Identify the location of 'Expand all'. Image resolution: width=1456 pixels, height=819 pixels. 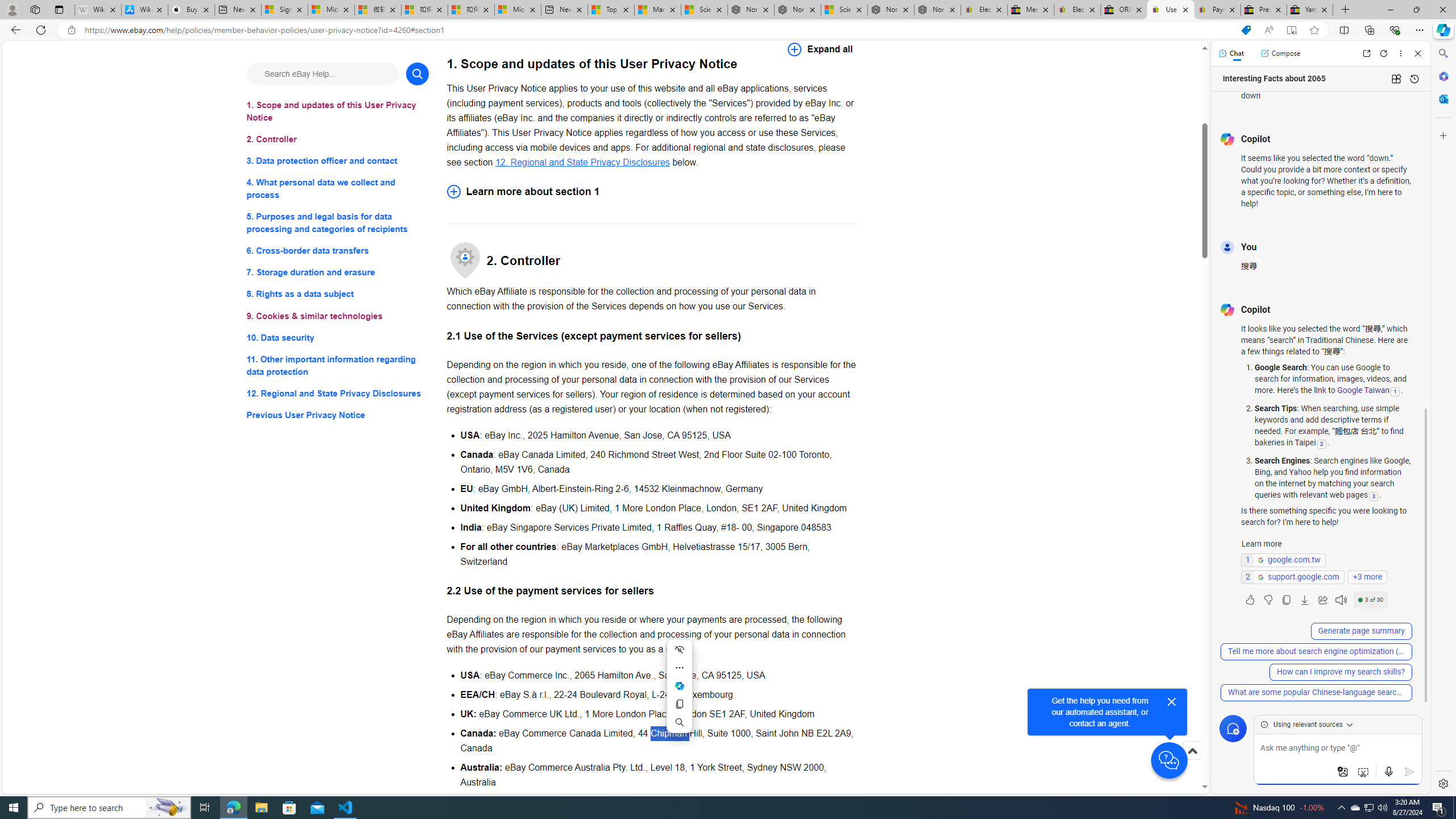
(820, 48).